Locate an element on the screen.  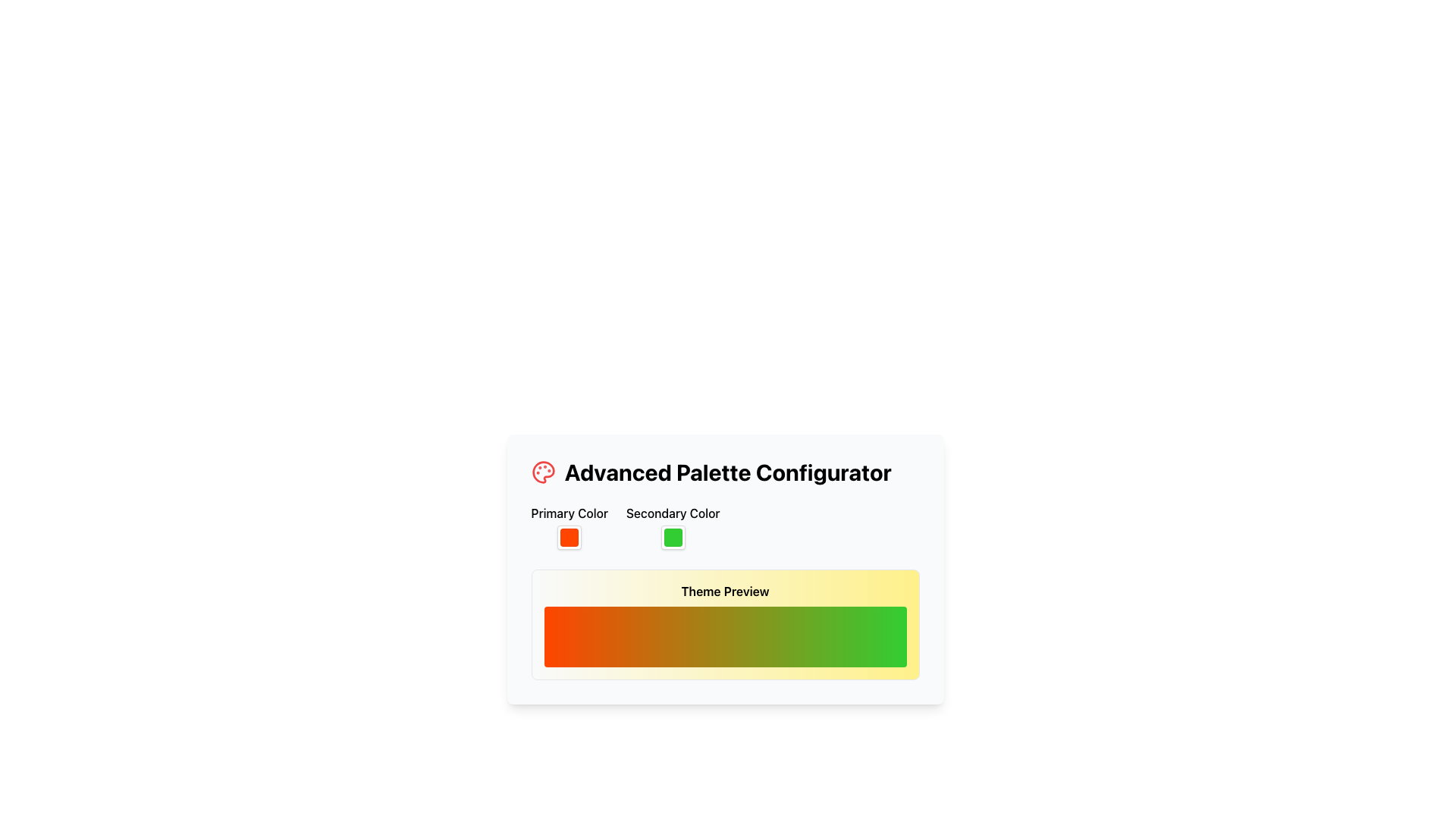
the vivid green Color Picker Button located in the 'Advanced Palette Configurator' section is located at coordinates (672, 537).